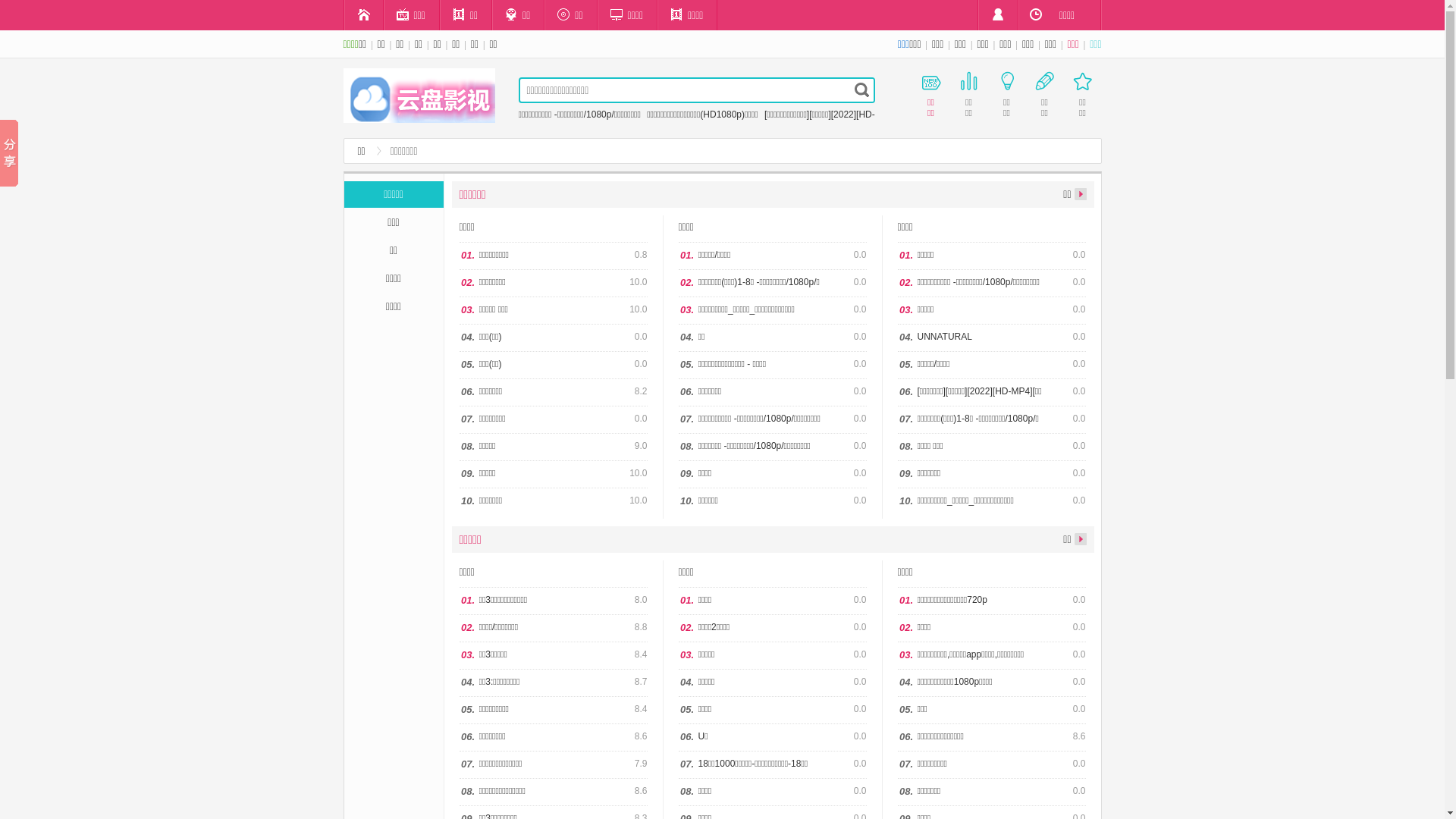 The width and height of the screenshot is (1456, 819). I want to click on '04., so click(898, 337).